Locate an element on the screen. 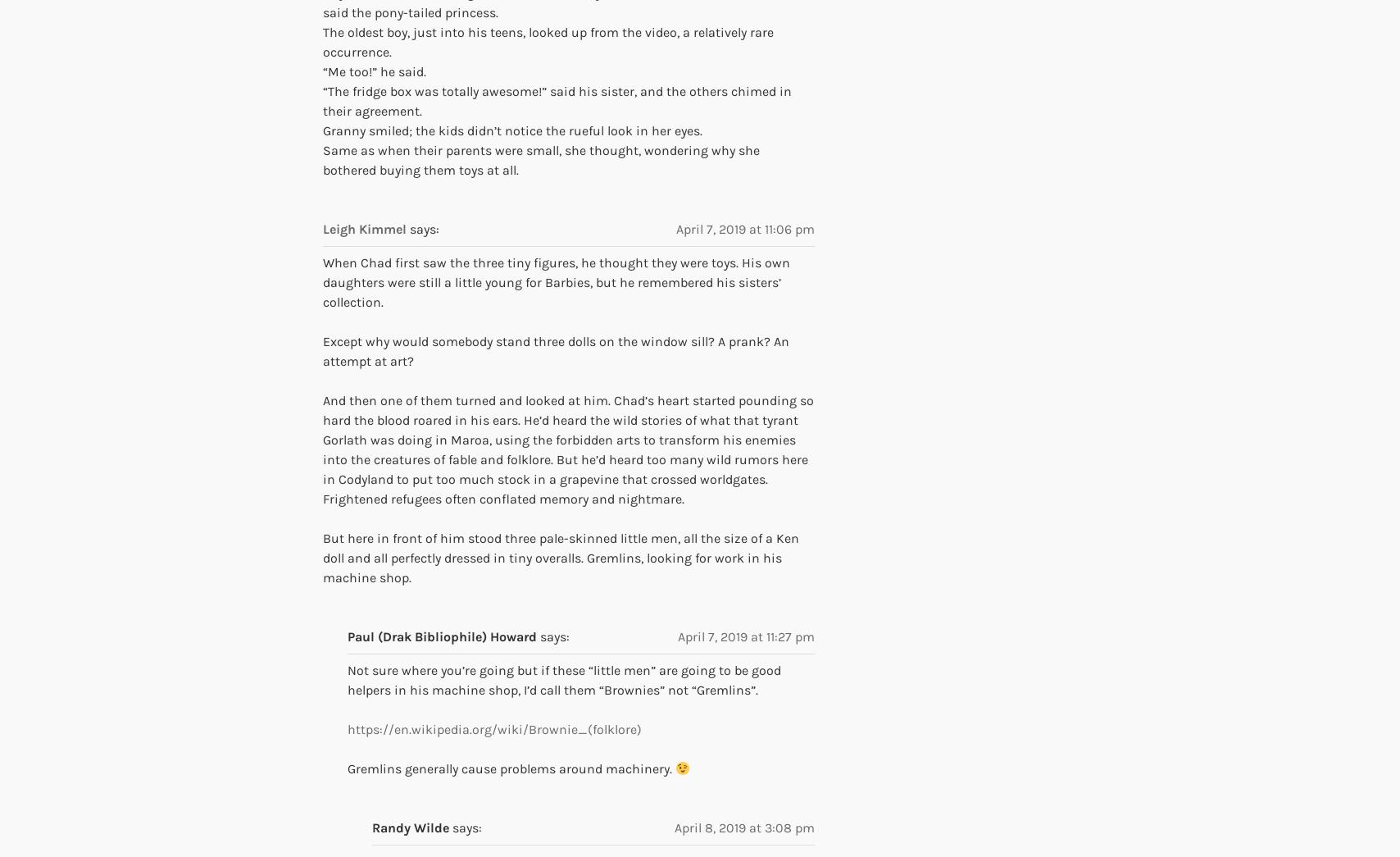 This screenshot has width=1400, height=857. 'Randy Wilde' is located at coordinates (371, 827).